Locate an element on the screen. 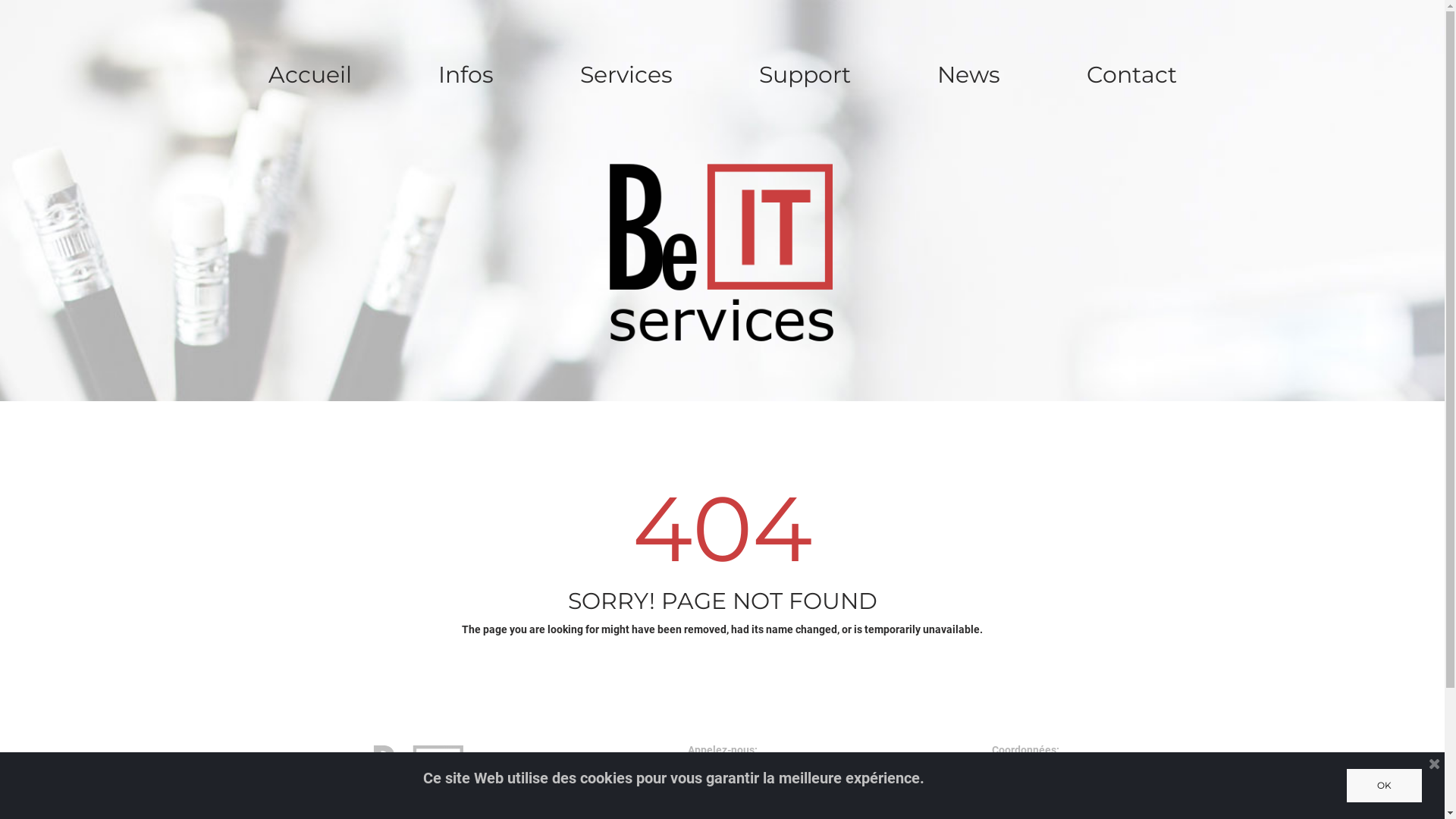 The image size is (1456, 819). 'Contact' is located at coordinates (1131, 75).